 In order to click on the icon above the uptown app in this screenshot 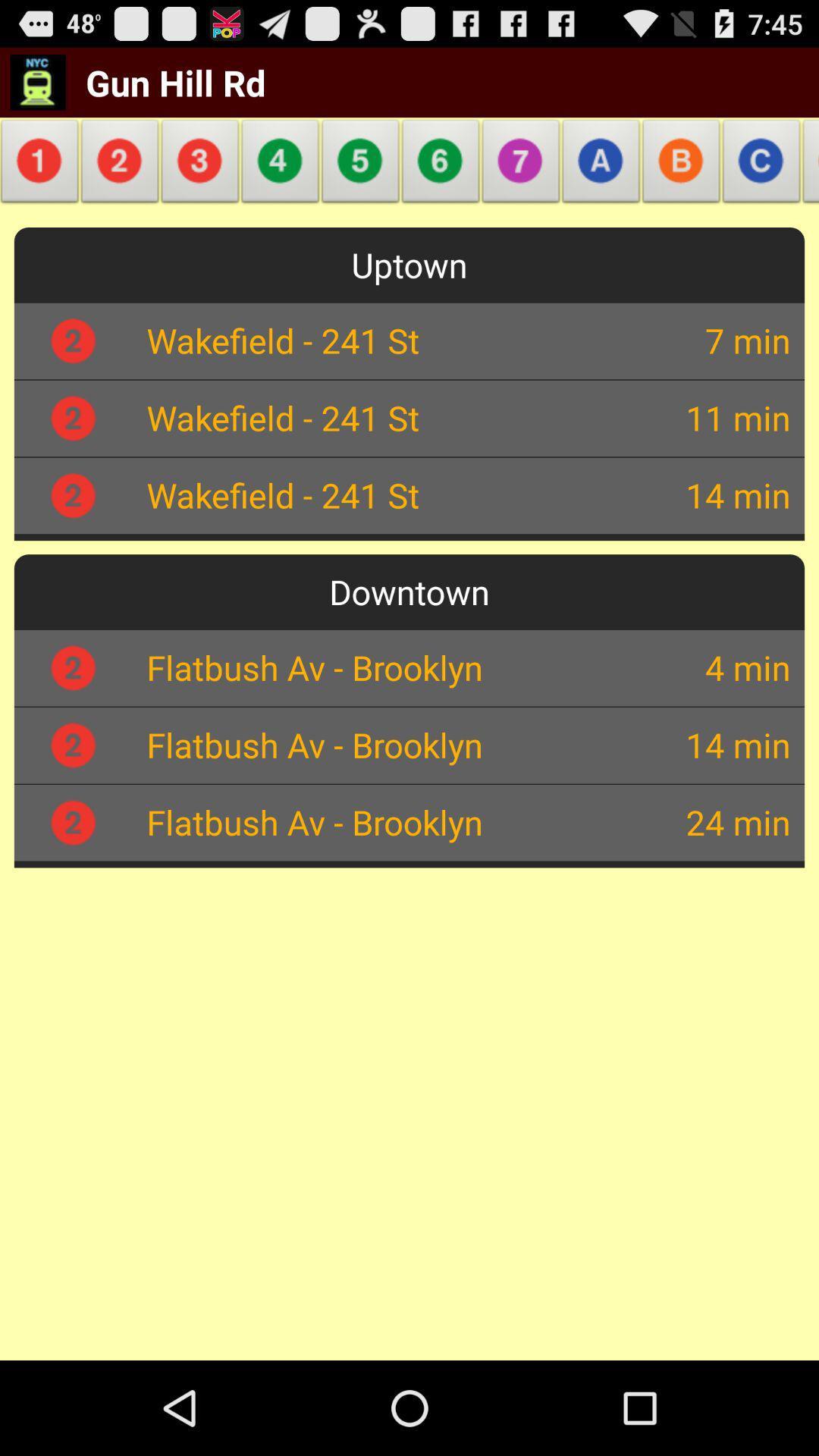, I will do `click(680, 165)`.